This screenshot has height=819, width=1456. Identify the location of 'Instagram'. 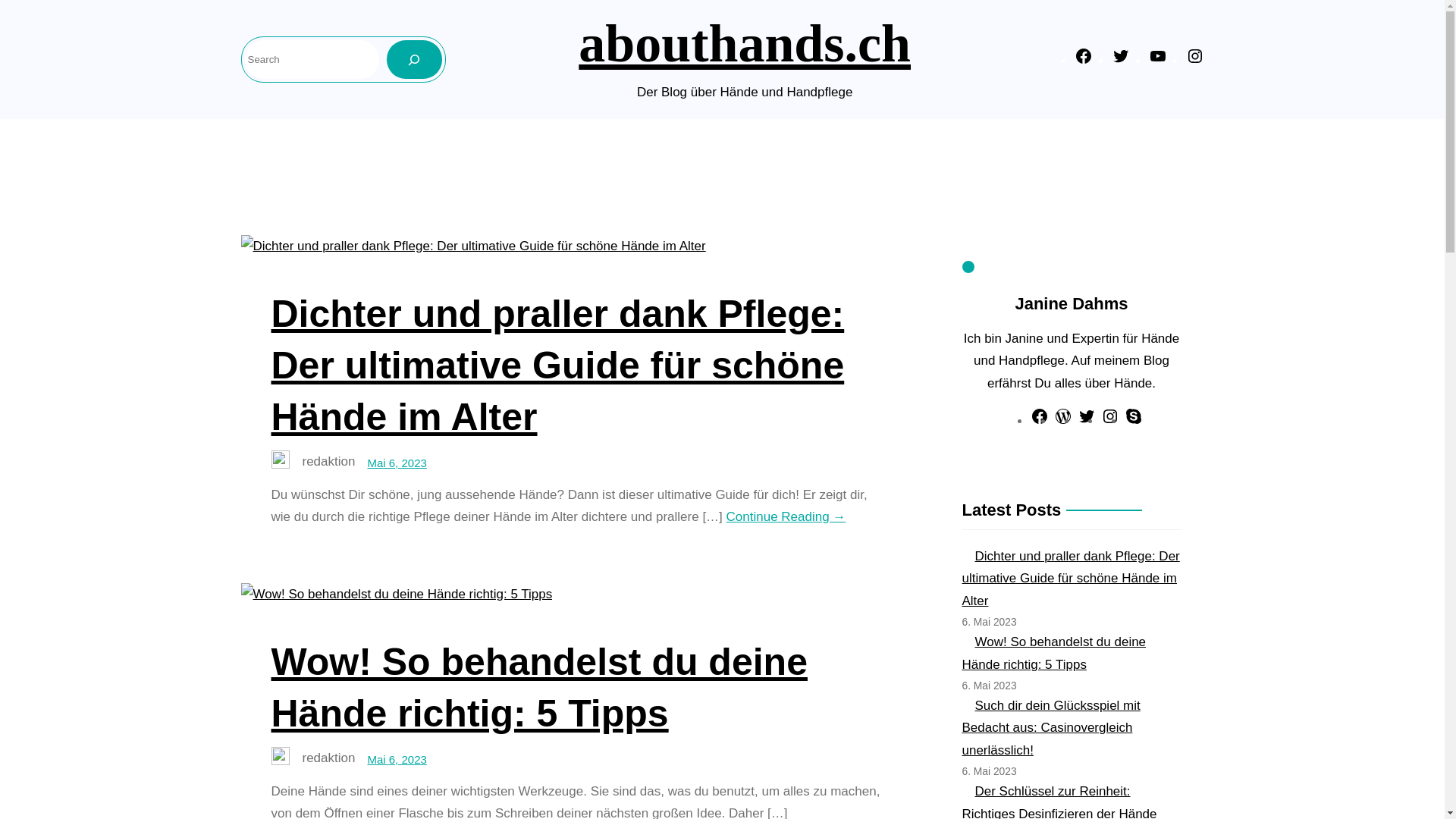
(1185, 60).